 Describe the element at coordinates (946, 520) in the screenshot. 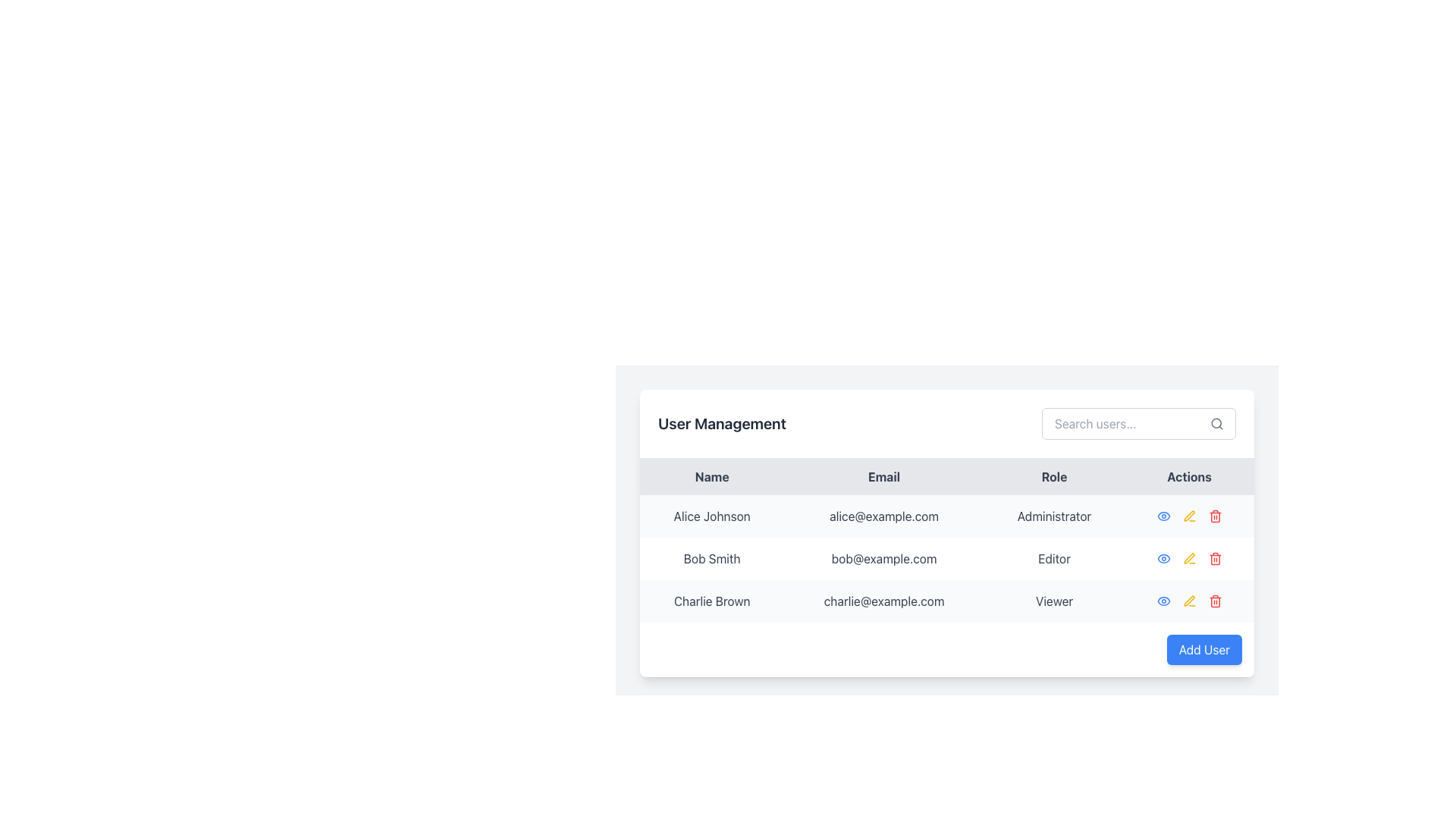

I see `the details of a user by clicking on the Data Table located below the 'User Management' heading` at that location.